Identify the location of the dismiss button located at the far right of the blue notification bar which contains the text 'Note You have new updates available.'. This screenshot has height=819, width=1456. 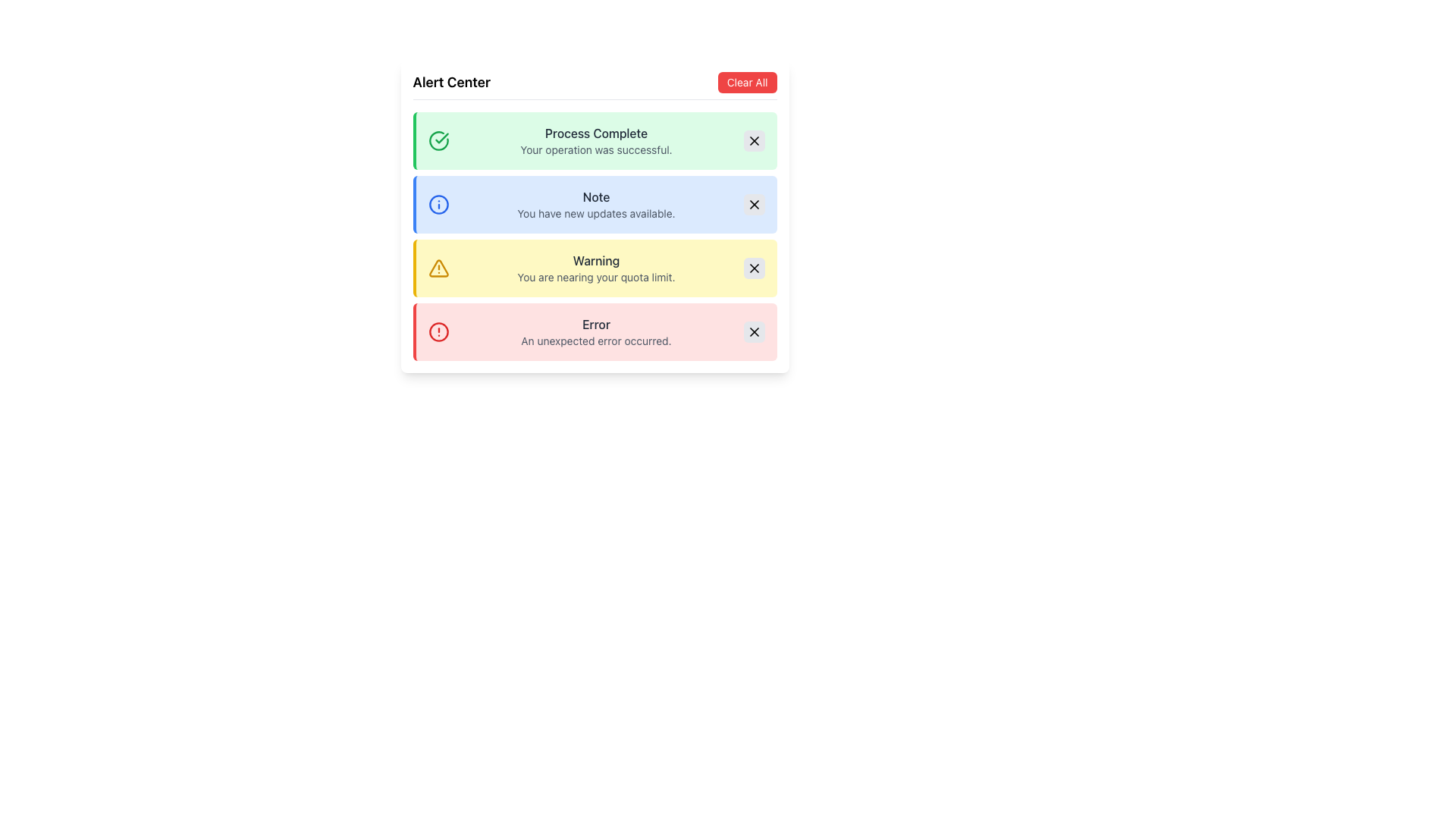
(754, 205).